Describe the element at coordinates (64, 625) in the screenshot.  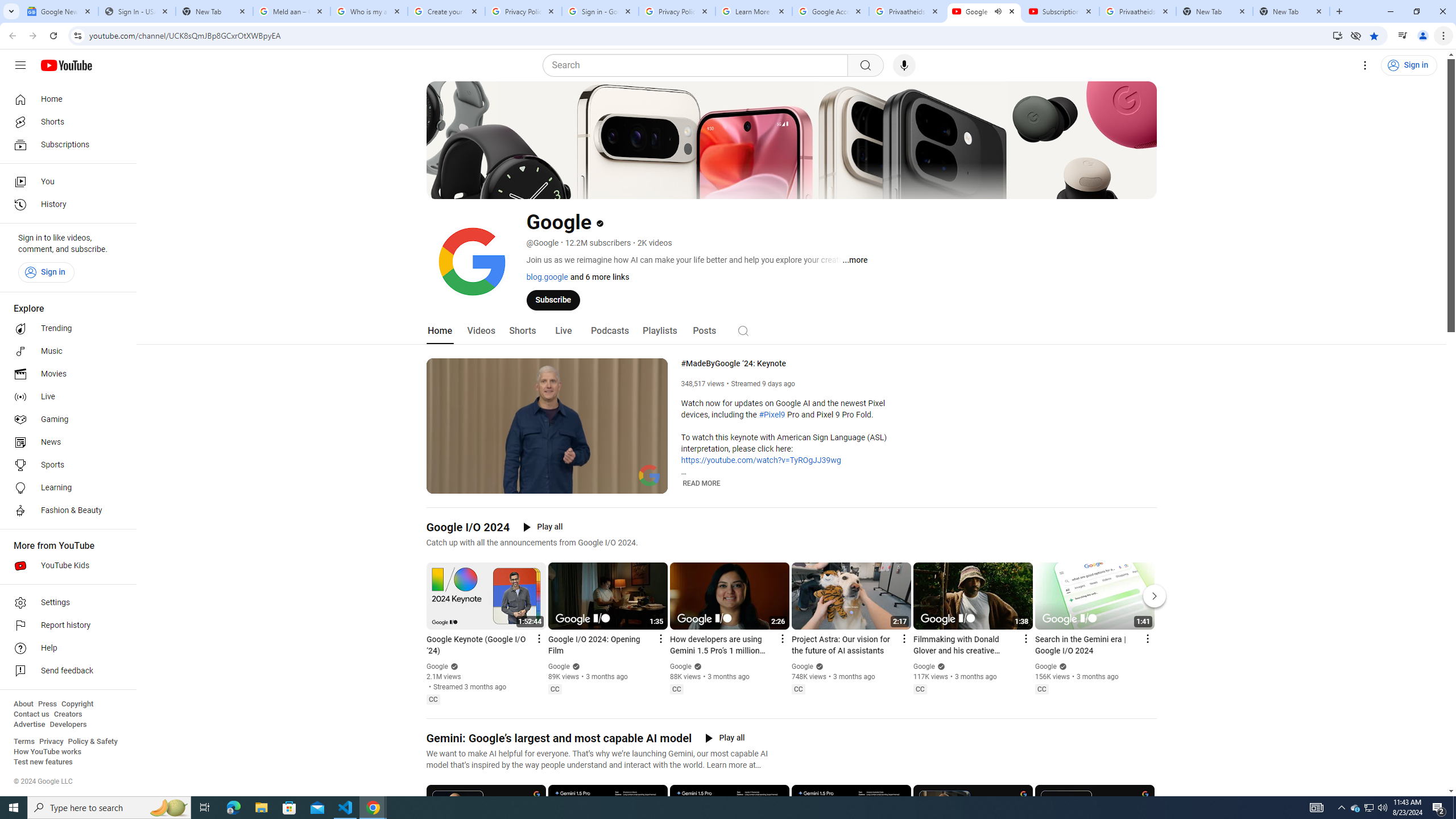
I see `'Report history'` at that location.